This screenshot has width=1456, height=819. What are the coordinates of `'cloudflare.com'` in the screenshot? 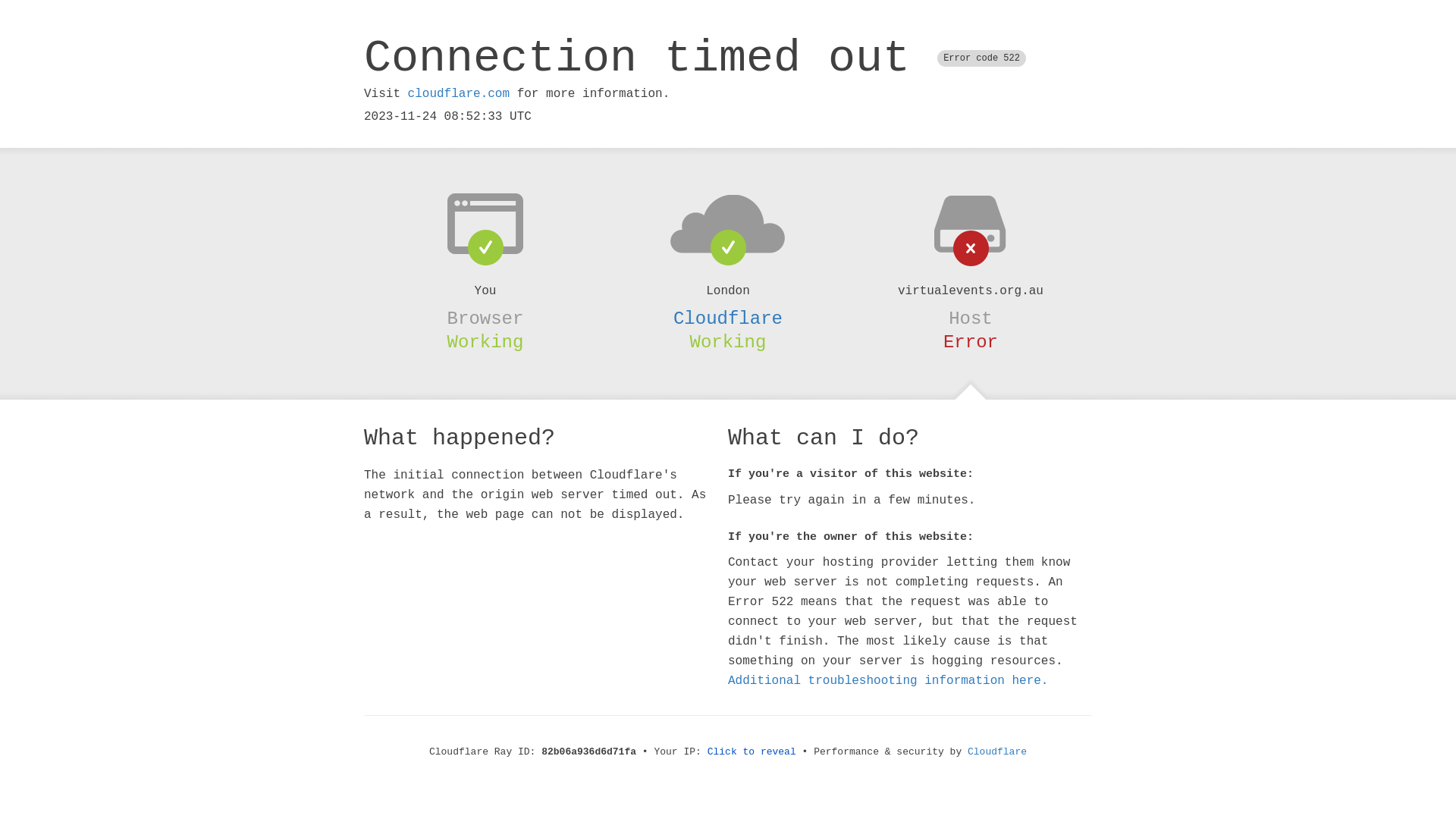 It's located at (407, 93).